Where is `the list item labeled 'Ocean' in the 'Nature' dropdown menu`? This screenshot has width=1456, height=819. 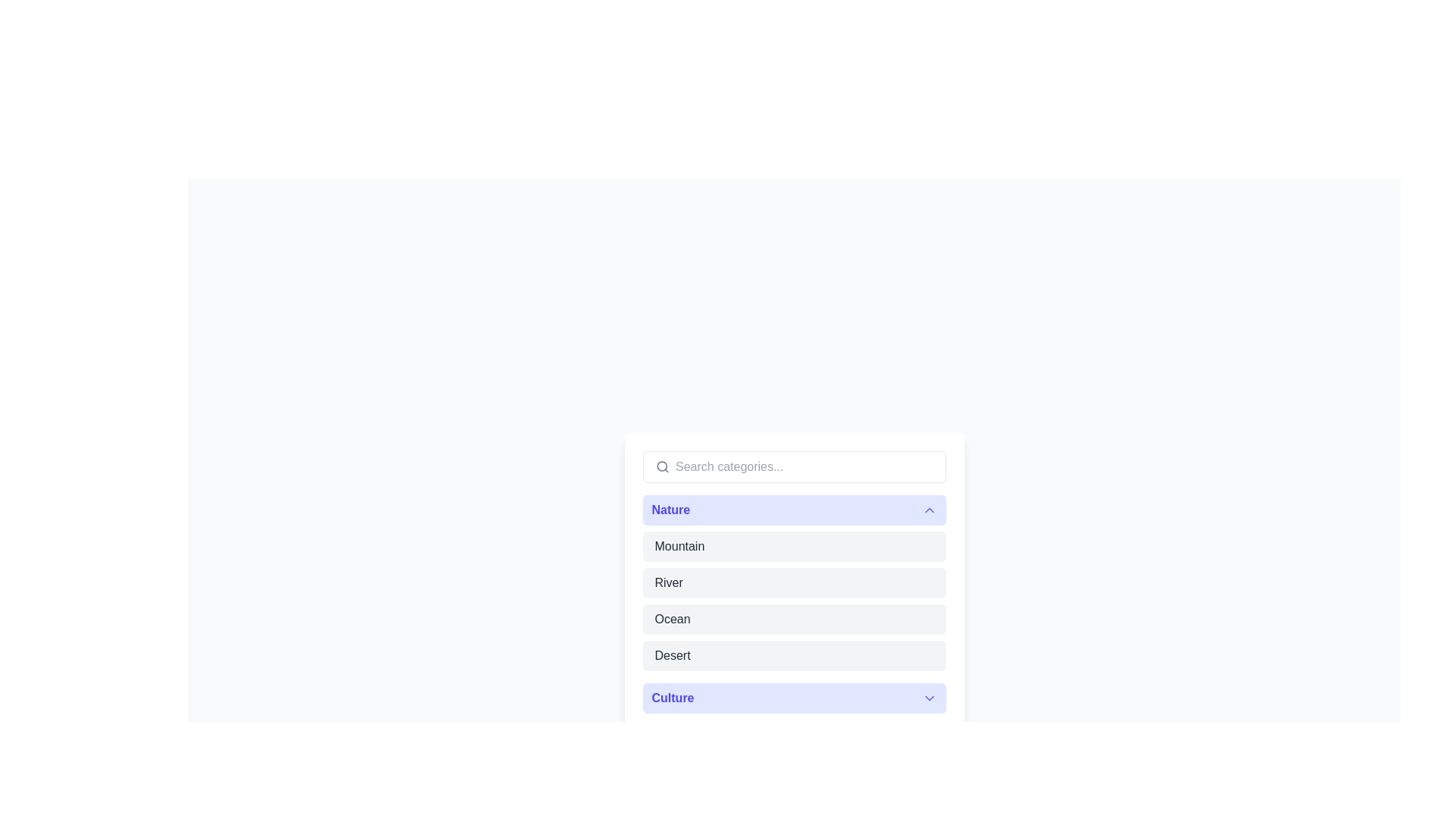
the list item labeled 'Ocean' in the 'Nature' dropdown menu is located at coordinates (793, 620).